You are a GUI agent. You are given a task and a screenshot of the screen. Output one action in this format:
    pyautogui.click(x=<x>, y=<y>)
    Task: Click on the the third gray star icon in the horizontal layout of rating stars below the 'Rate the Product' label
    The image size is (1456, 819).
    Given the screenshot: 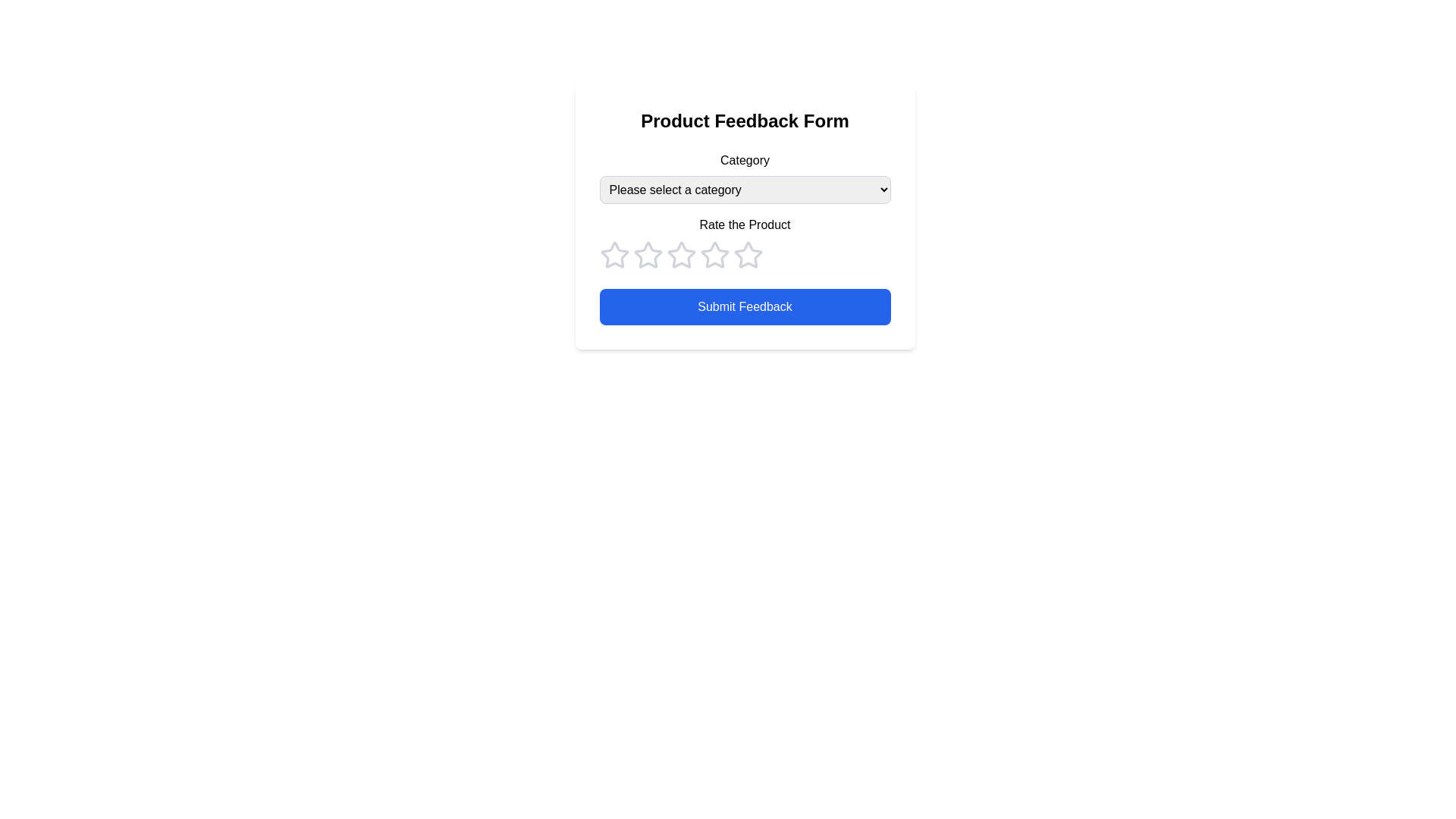 What is the action you would take?
    pyautogui.click(x=680, y=254)
    